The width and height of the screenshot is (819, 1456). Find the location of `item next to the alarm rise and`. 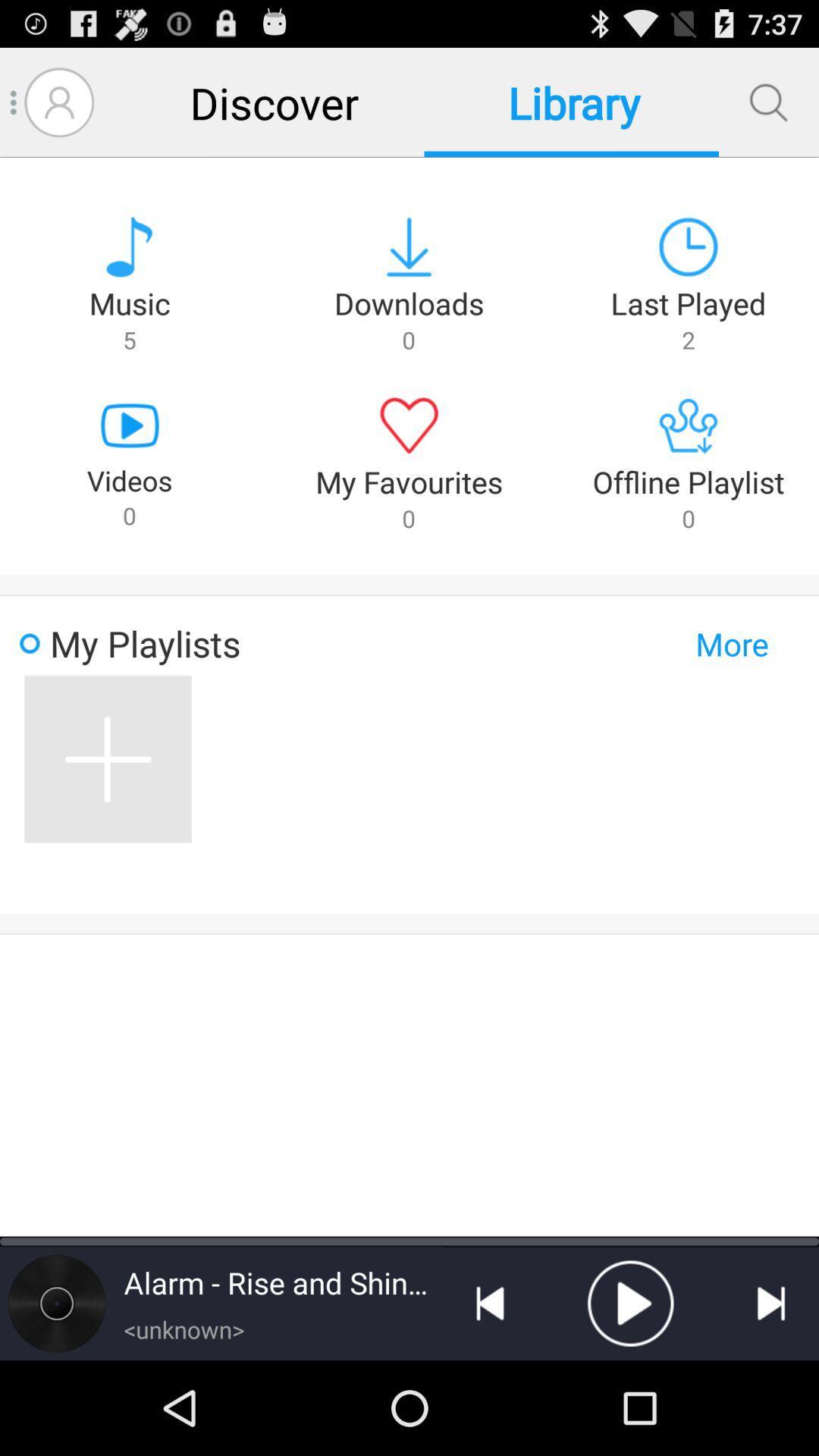

item next to the alarm rise and is located at coordinates (490, 1302).